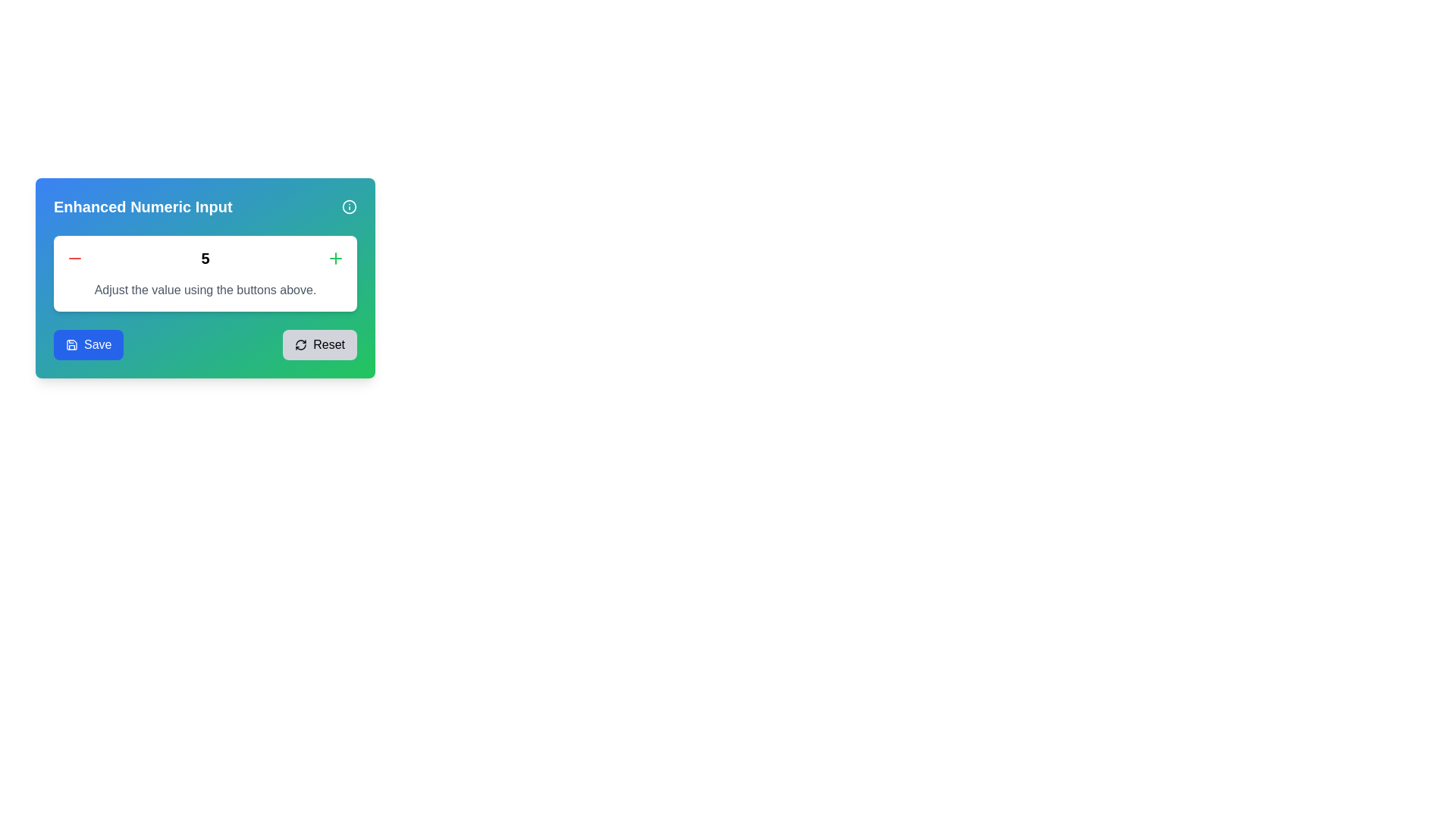 The image size is (1456, 819). What do you see at coordinates (88, 345) in the screenshot?
I see `the blue 'Save' button with a floppy disk icon located in the lower-left corner of the interface` at bounding box center [88, 345].